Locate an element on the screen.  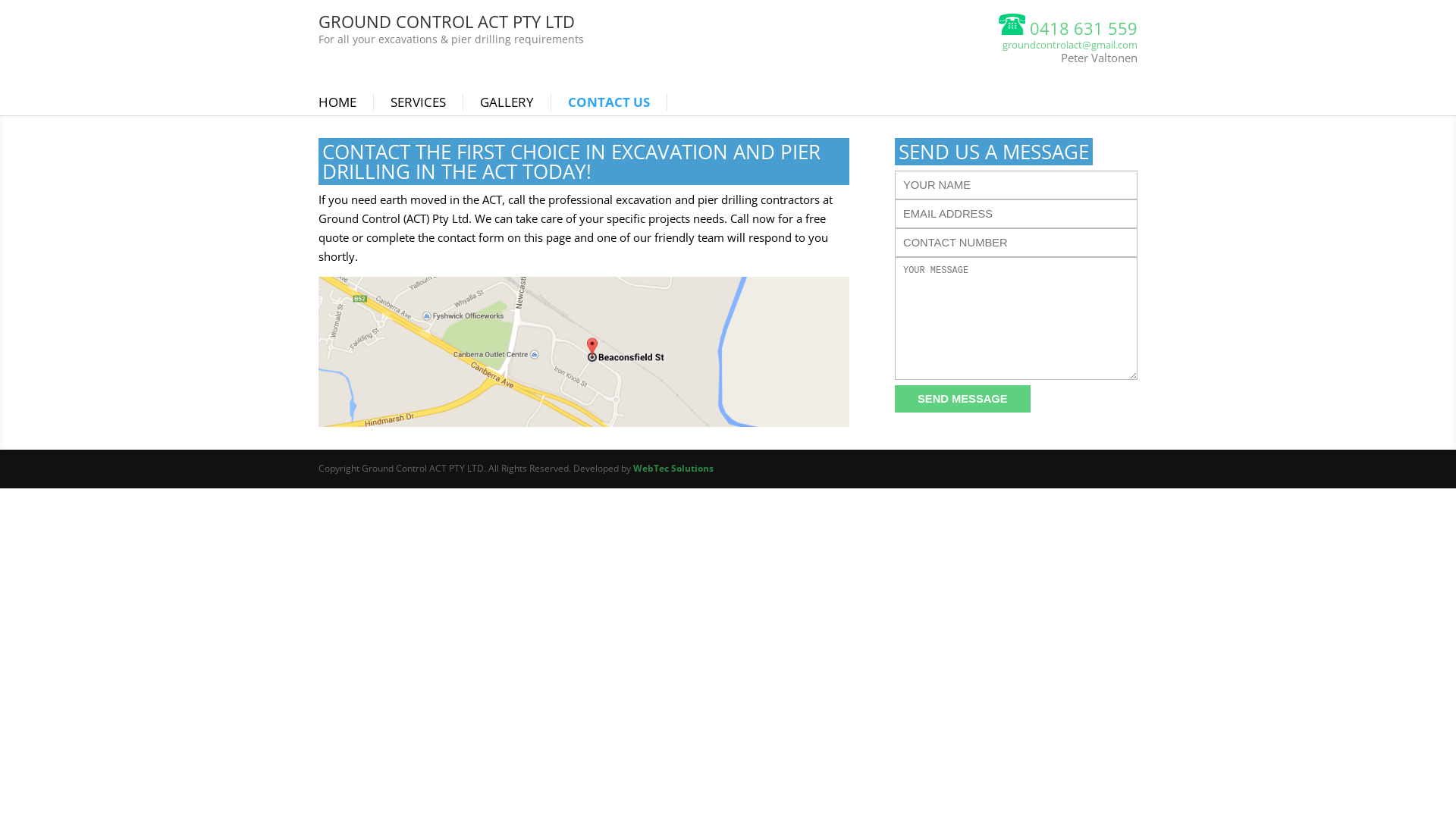
'WebTec Solutions' is located at coordinates (673, 467).